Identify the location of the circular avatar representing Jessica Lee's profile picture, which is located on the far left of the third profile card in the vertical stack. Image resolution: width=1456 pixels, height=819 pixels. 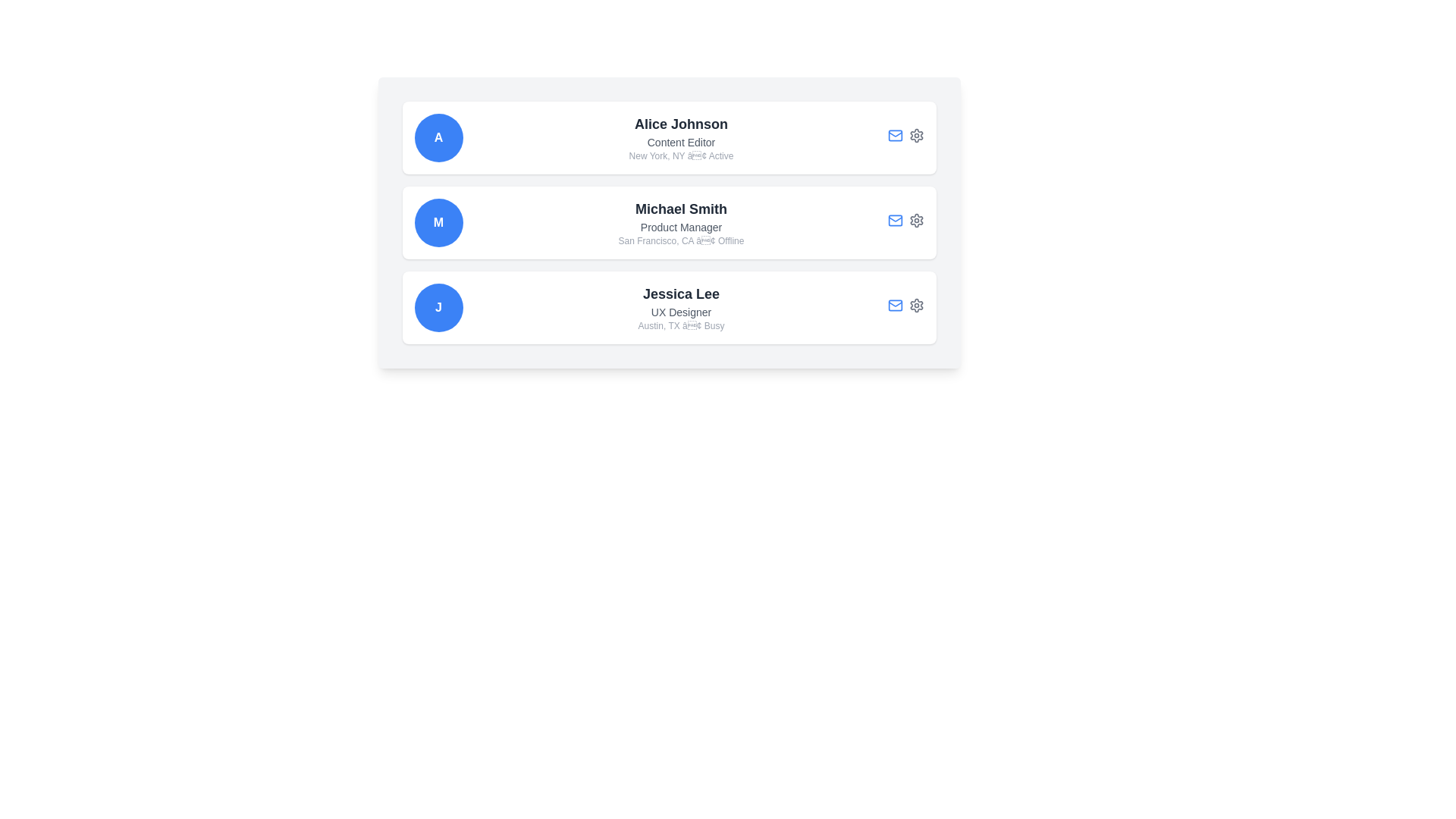
(438, 307).